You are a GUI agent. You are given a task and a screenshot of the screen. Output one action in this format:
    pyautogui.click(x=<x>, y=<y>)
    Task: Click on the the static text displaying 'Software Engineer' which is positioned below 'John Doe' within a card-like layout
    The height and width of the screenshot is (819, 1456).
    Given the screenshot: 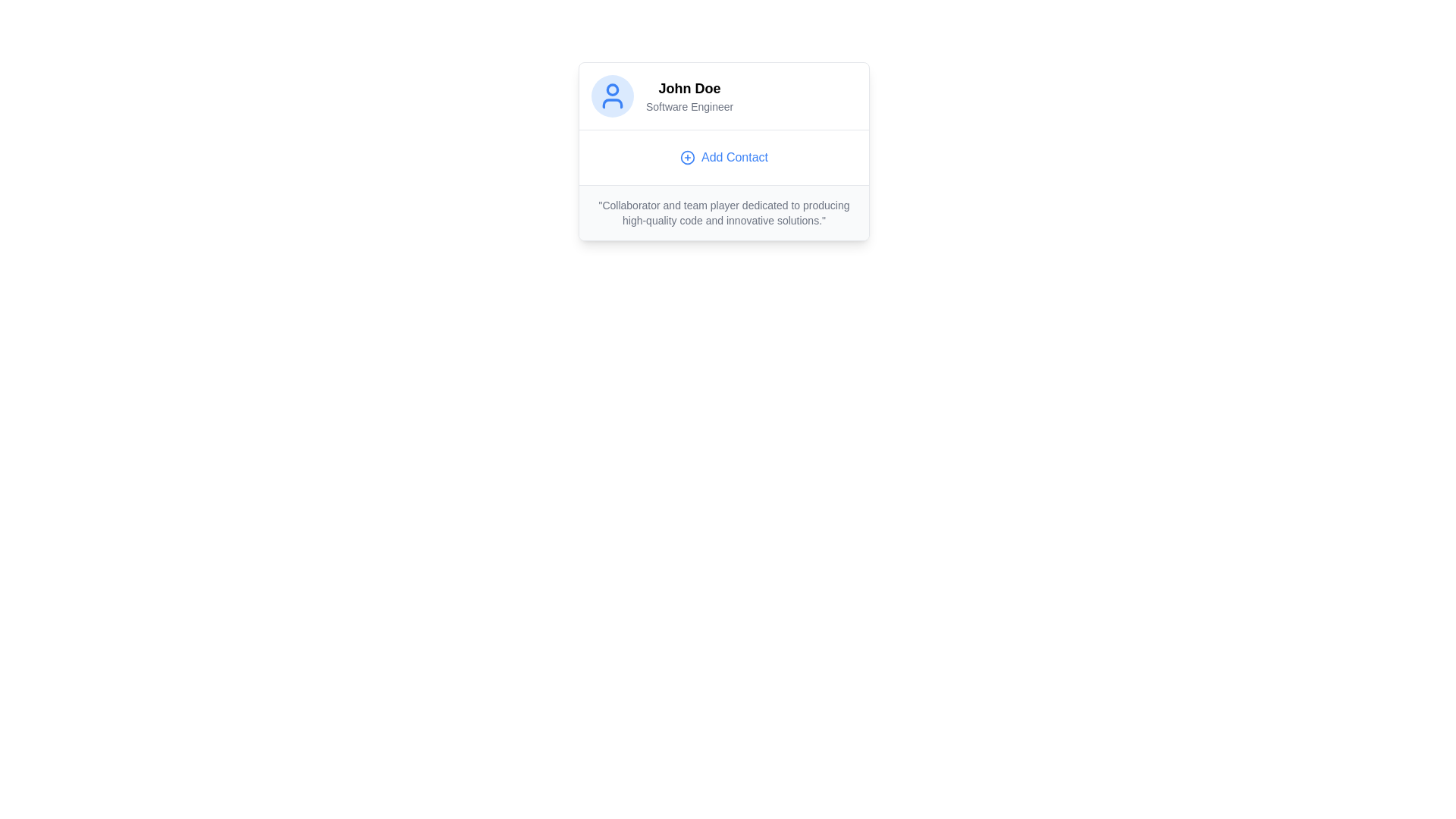 What is the action you would take?
    pyautogui.click(x=689, y=106)
    